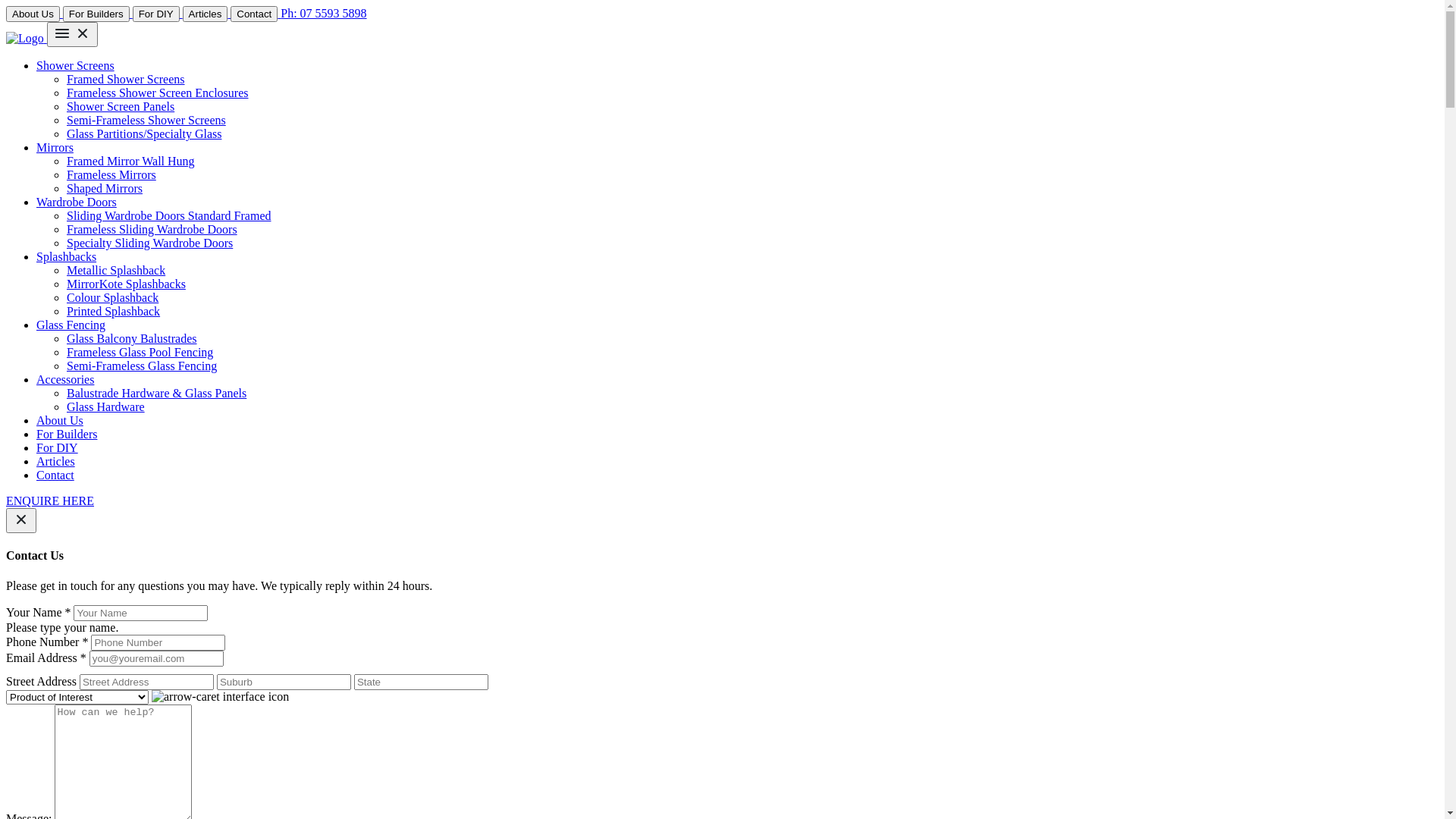 The image size is (1456, 819). Describe the element at coordinates (206, 13) in the screenshot. I see `'Articles'` at that location.